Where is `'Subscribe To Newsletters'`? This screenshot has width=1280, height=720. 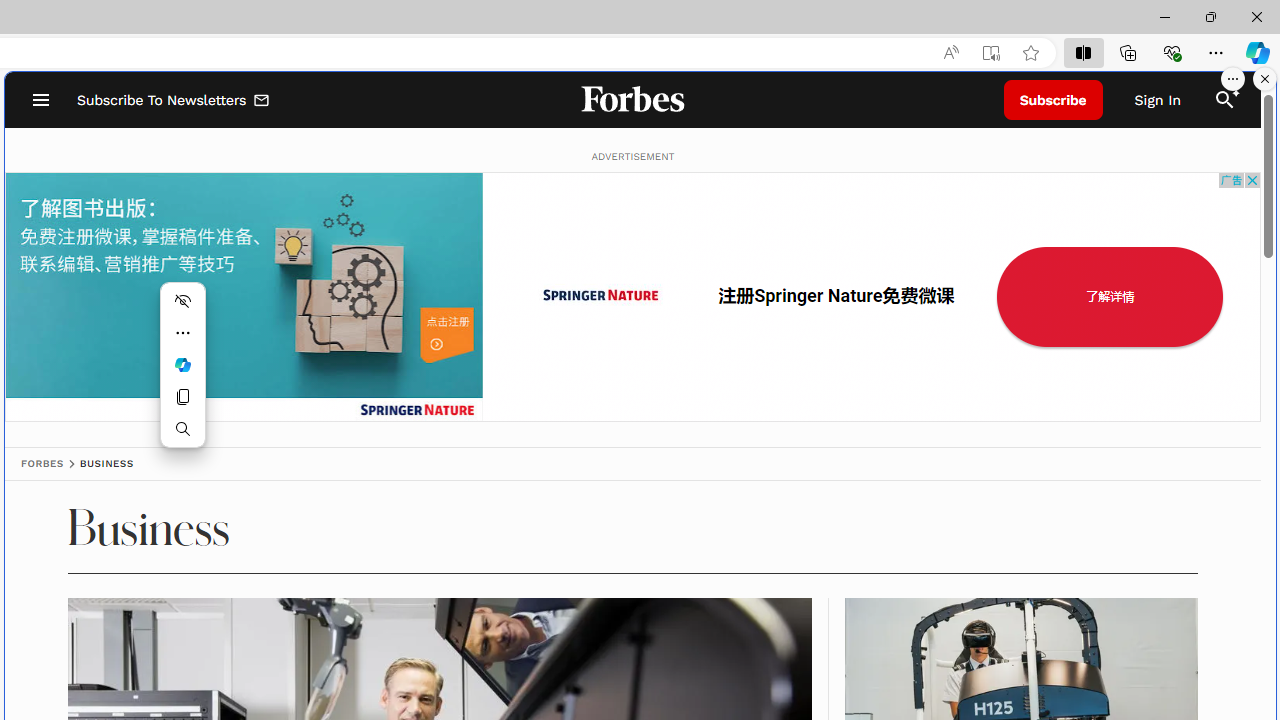 'Subscribe To Newsletters' is located at coordinates (174, 100).